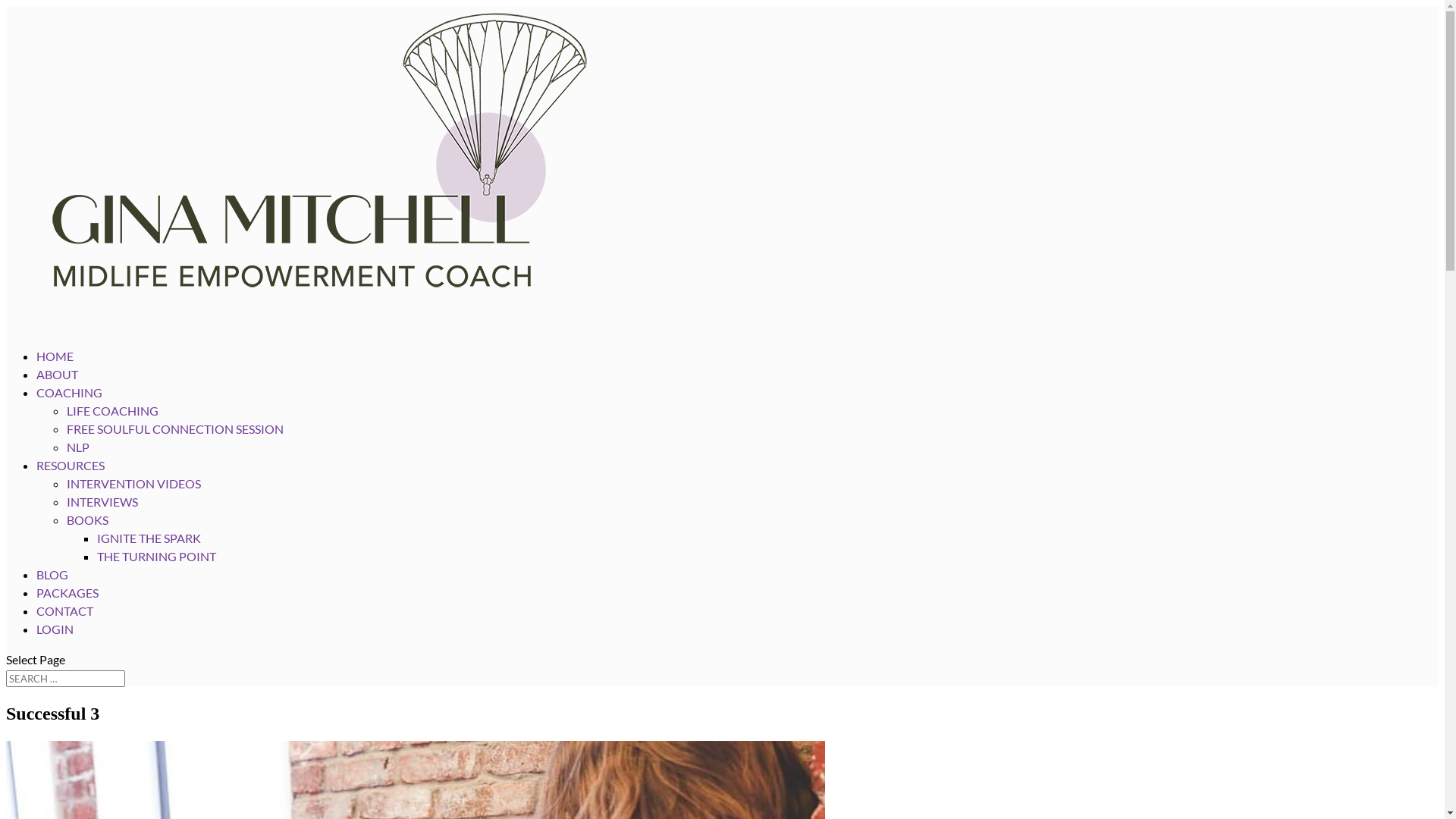 The width and height of the screenshot is (1456, 819). What do you see at coordinates (65, 428) in the screenshot?
I see `'FREE SOULFUL CONNECTION SESSION'` at bounding box center [65, 428].